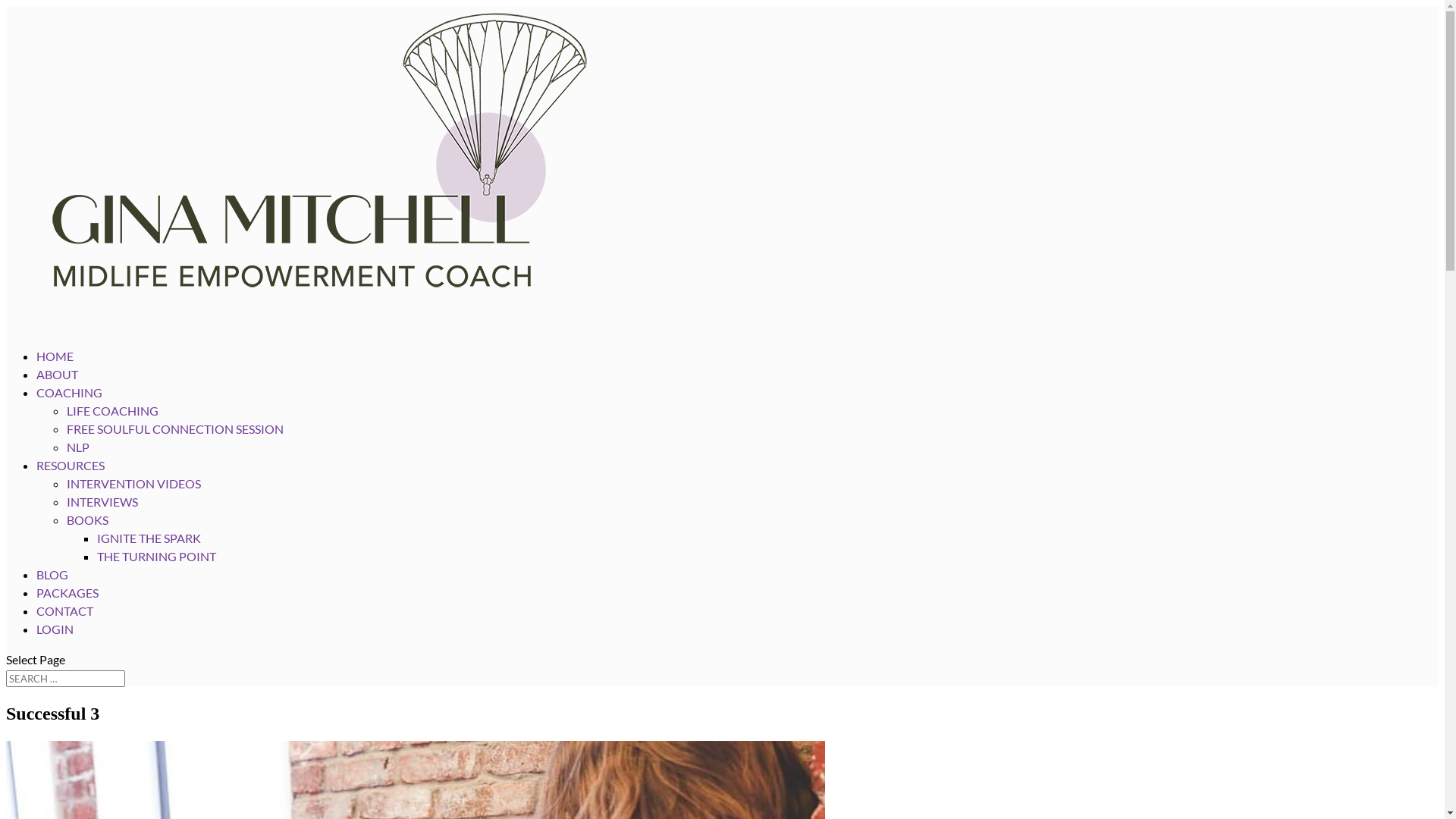 The width and height of the screenshot is (1456, 819). What do you see at coordinates (65, 428) in the screenshot?
I see `'FREE SOULFUL CONNECTION SESSION'` at bounding box center [65, 428].